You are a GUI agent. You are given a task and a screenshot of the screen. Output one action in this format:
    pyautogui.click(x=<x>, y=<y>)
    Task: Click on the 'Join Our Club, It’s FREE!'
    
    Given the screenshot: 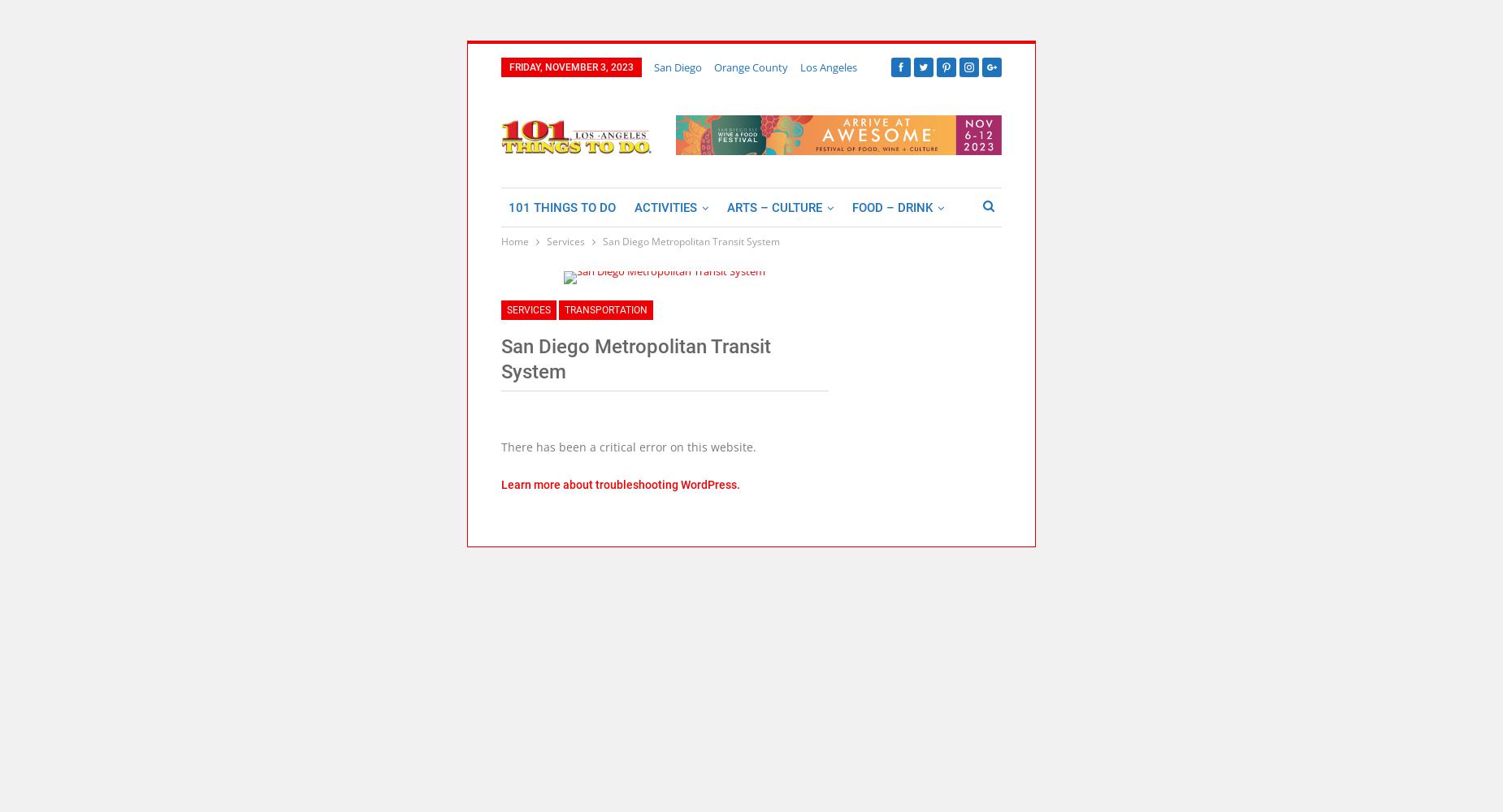 What is the action you would take?
    pyautogui.click(x=557, y=95)
    